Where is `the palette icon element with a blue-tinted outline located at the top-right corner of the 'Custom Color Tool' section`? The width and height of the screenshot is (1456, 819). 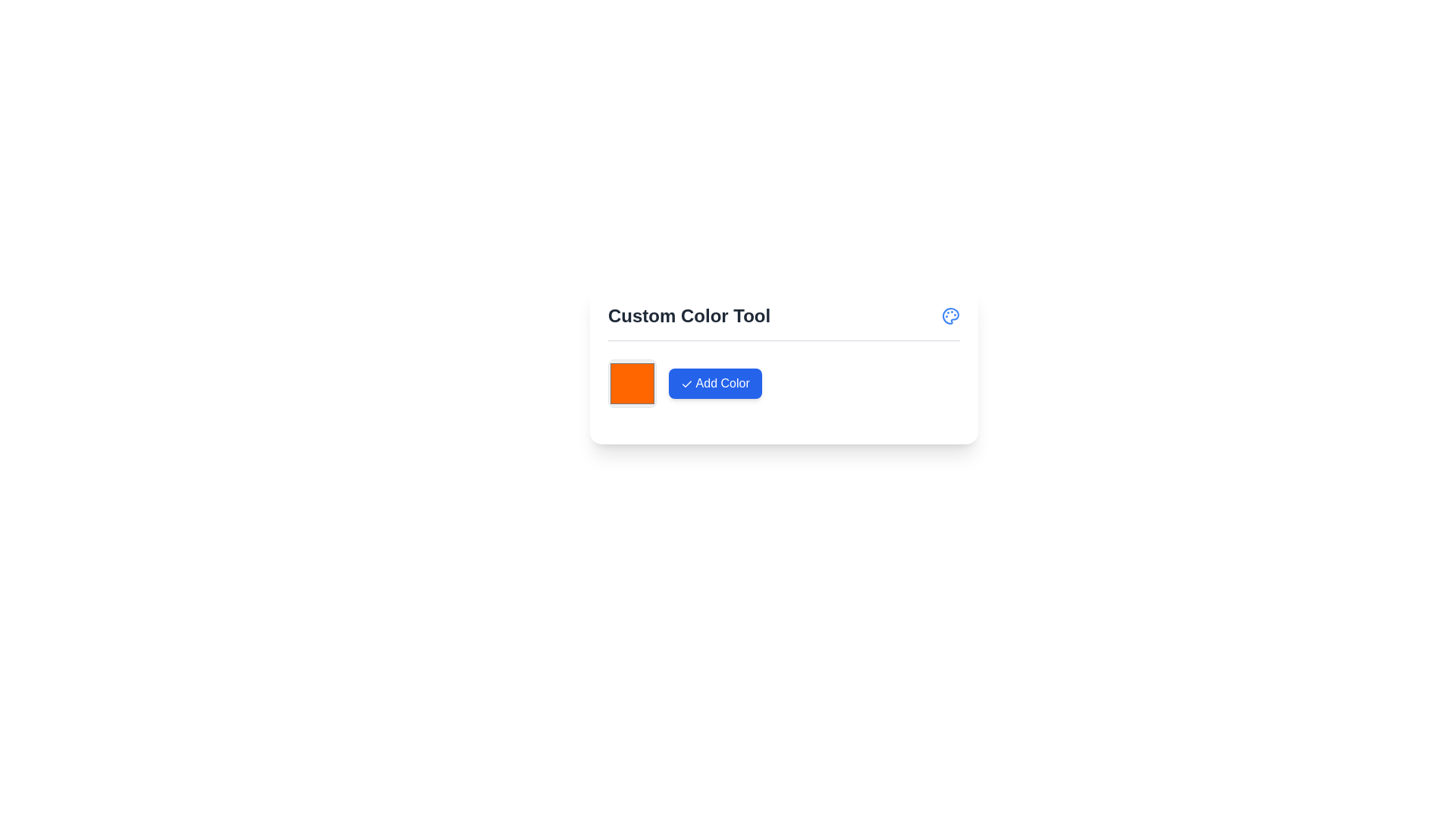 the palette icon element with a blue-tinted outline located at the top-right corner of the 'Custom Color Tool' section is located at coordinates (949, 315).